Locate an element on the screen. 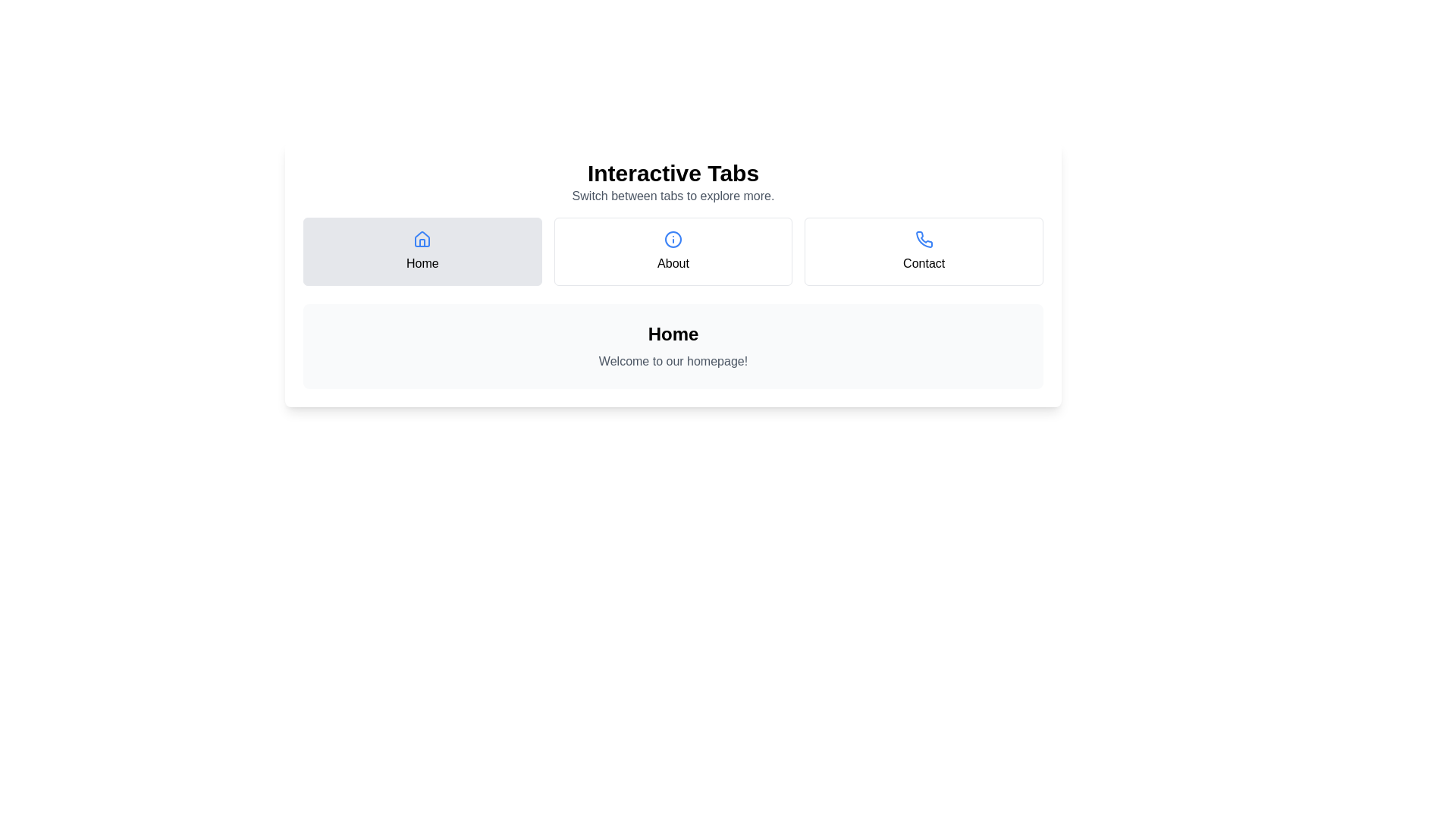 This screenshot has height=819, width=1456. the tab labeled Home to display its associated text is located at coordinates (422, 250).